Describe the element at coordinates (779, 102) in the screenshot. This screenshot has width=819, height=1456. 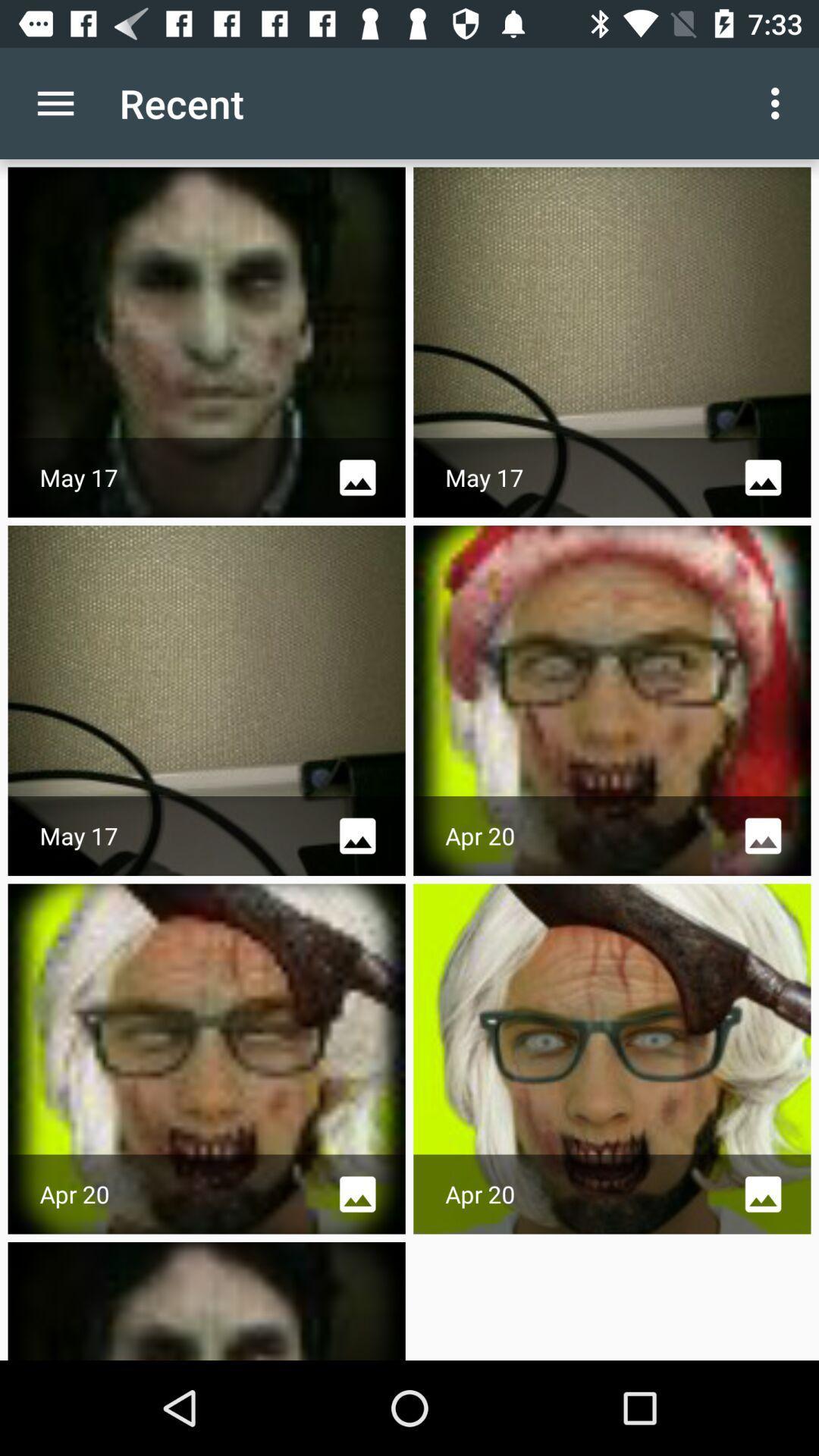
I see `the app next to the recent item` at that location.